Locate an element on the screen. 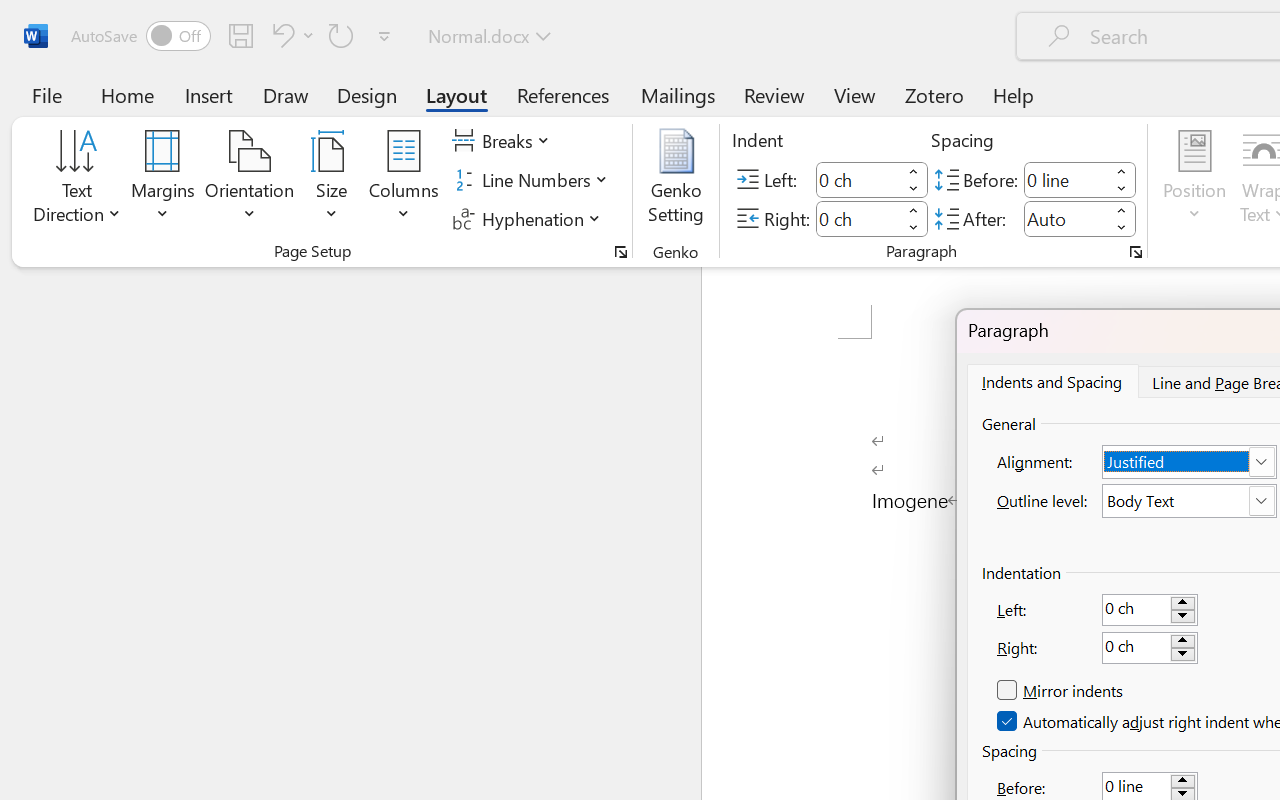  'Text Direction' is located at coordinates (77, 179).